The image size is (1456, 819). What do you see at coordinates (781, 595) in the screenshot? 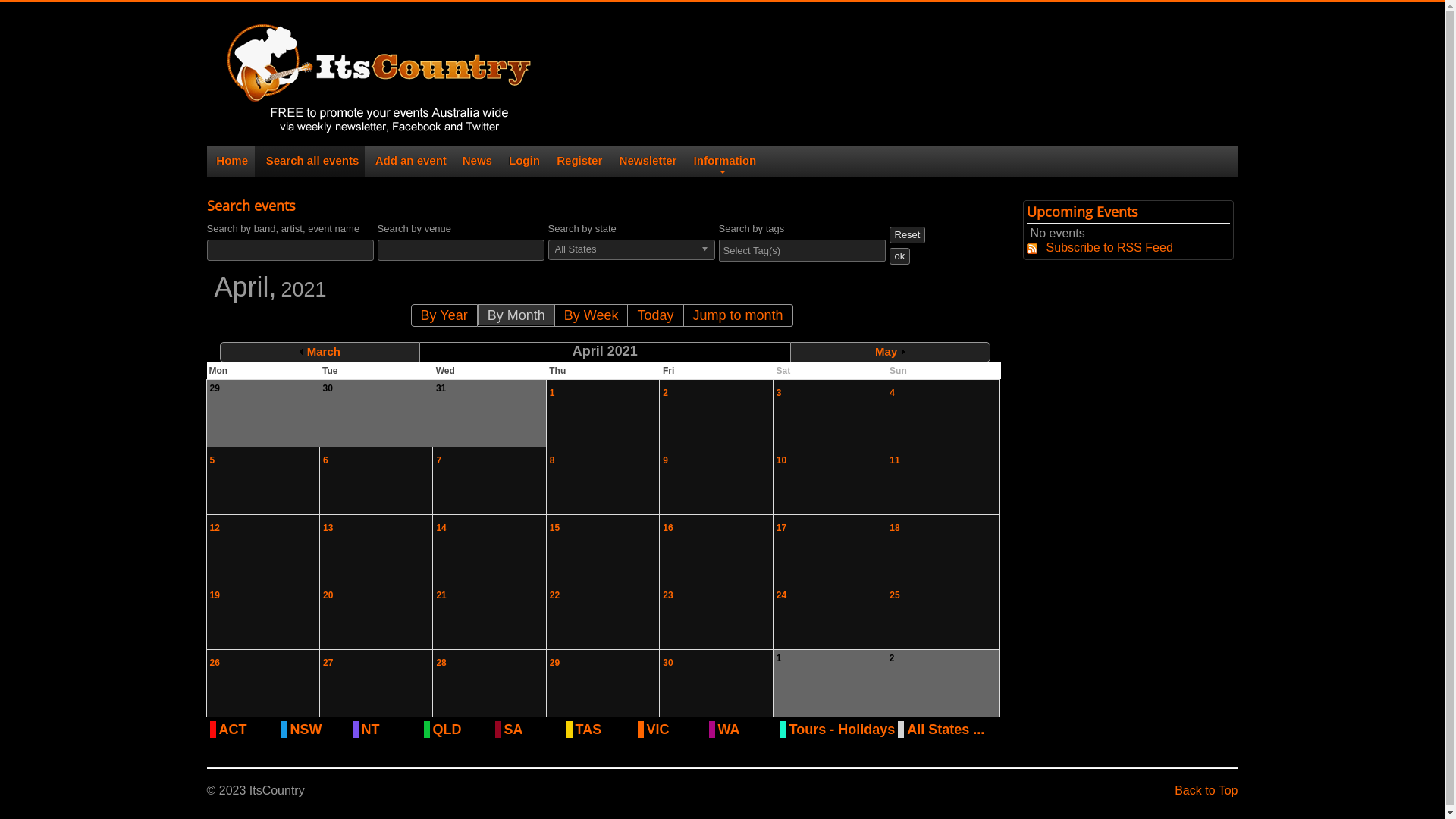
I see `'24'` at bounding box center [781, 595].